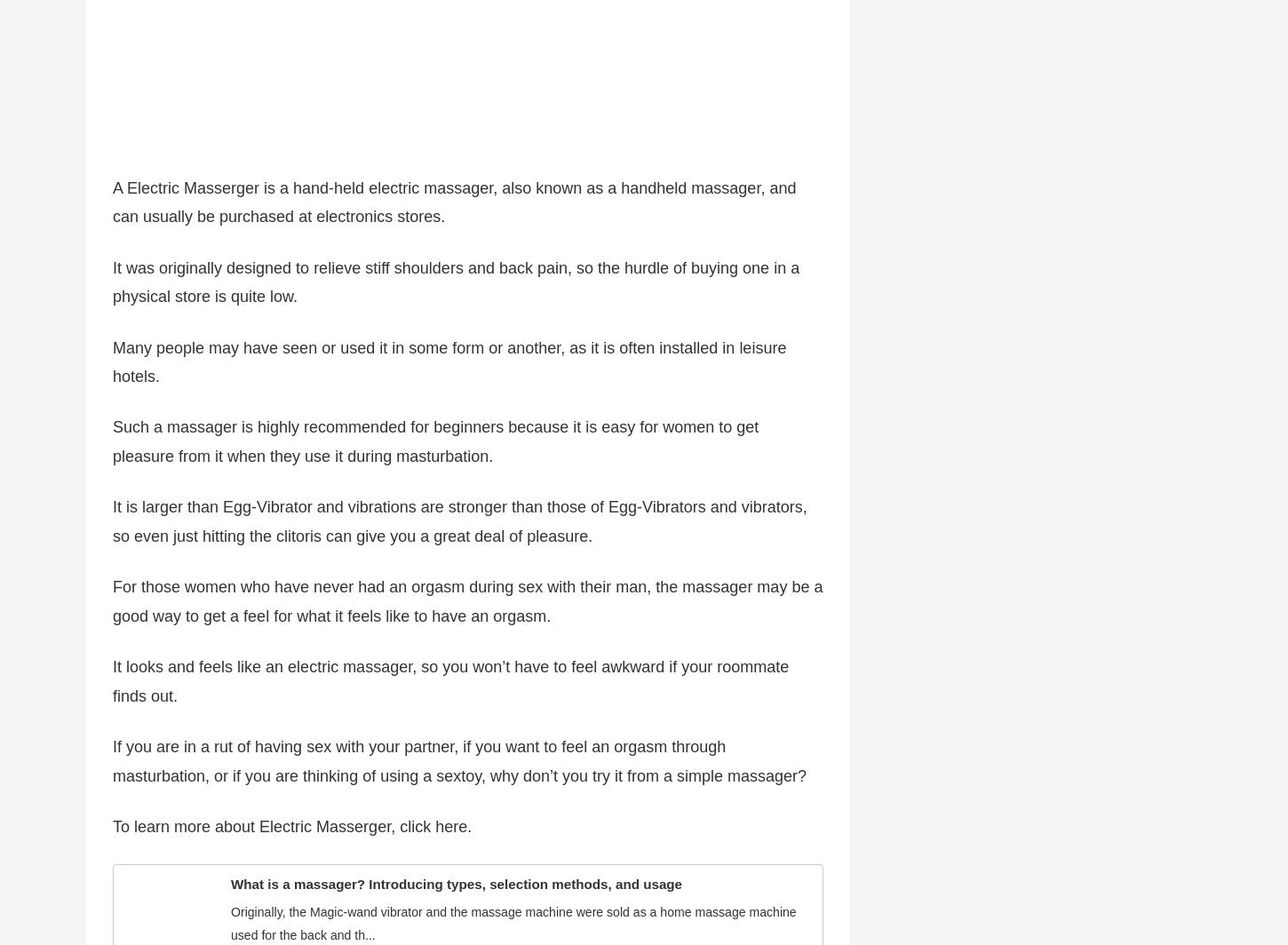  What do you see at coordinates (457, 893) in the screenshot?
I see `'What is a massager? Introducing types, selection methods, and usage'` at bounding box center [457, 893].